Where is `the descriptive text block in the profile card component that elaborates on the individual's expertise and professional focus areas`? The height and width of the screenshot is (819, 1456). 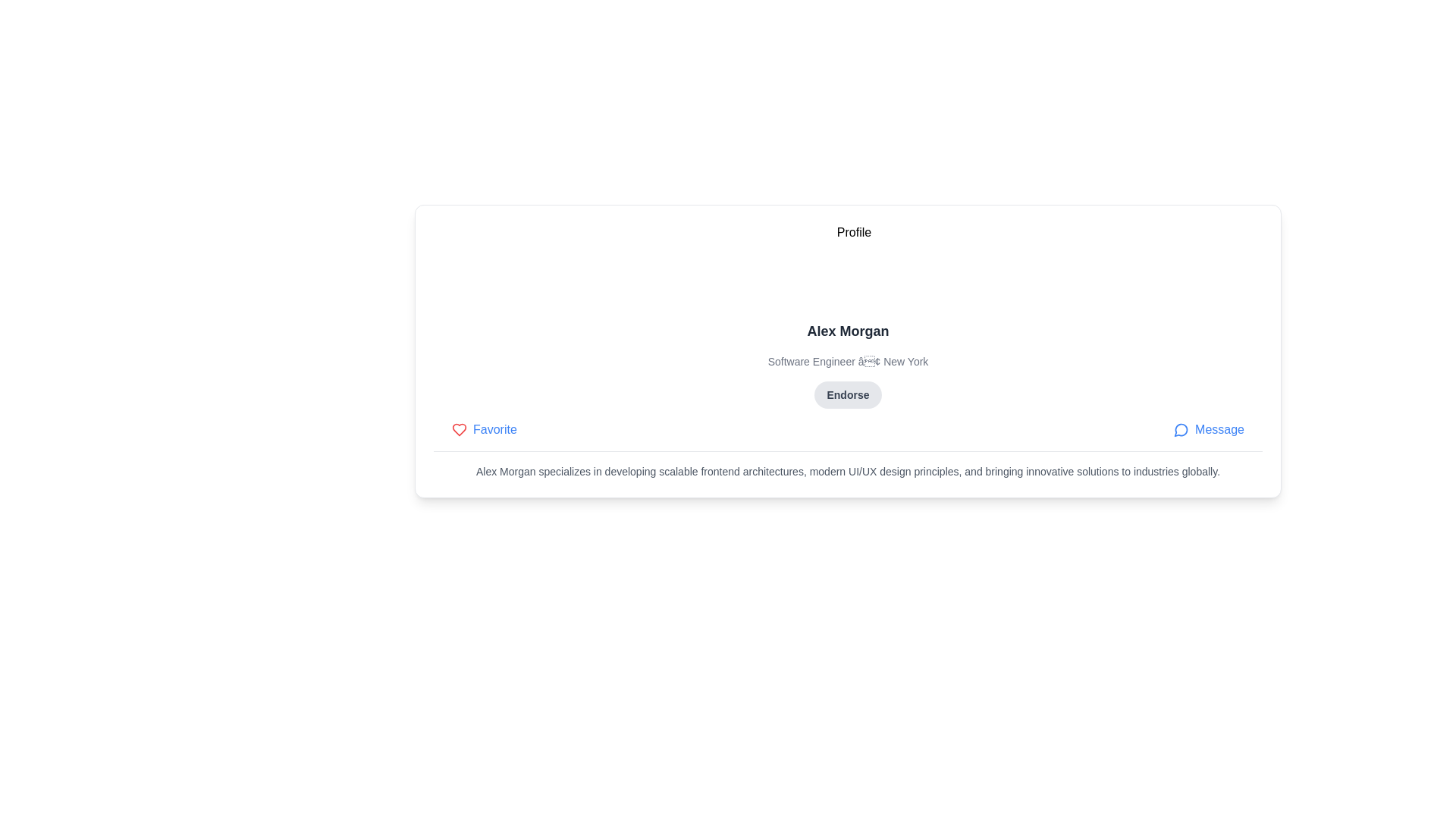
the descriptive text block in the profile card component that elaborates on the individual's expertise and professional focus areas is located at coordinates (847, 464).